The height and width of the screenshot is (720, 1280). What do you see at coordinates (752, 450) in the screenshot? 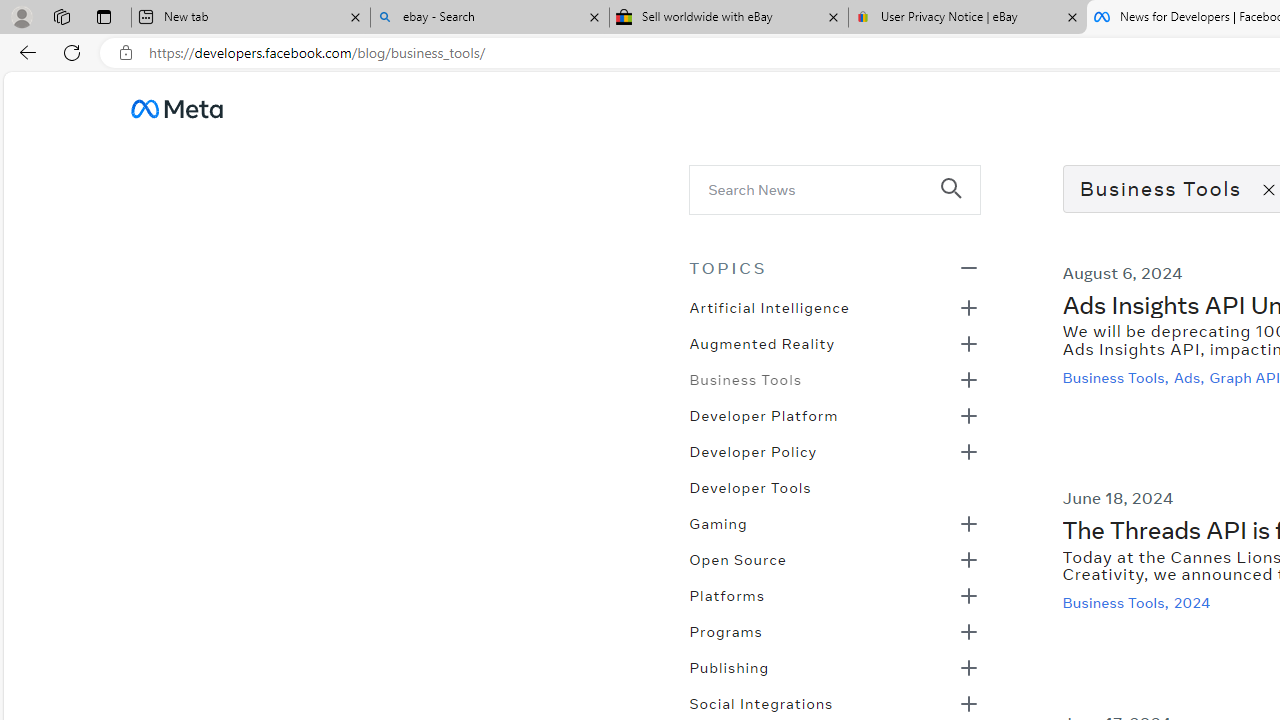
I see `'Developer Policy'` at bounding box center [752, 450].